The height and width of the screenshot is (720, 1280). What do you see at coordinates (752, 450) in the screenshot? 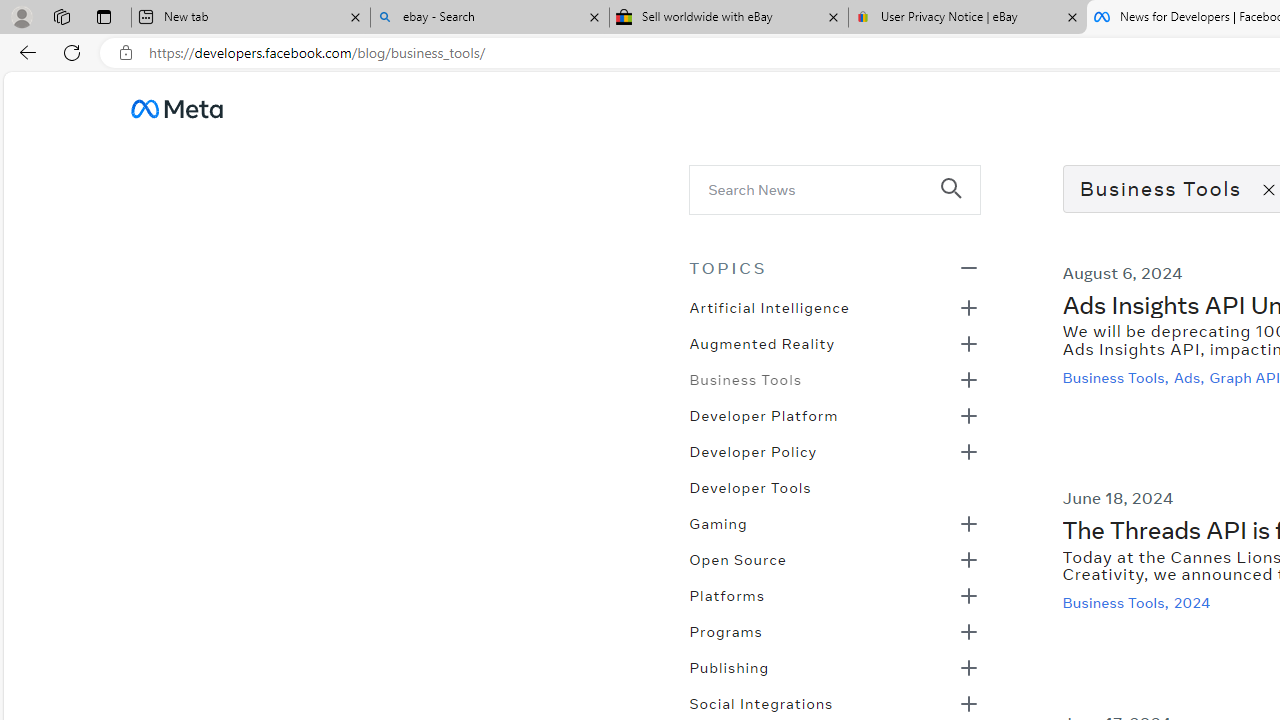
I see `'Developer Policy'` at bounding box center [752, 450].